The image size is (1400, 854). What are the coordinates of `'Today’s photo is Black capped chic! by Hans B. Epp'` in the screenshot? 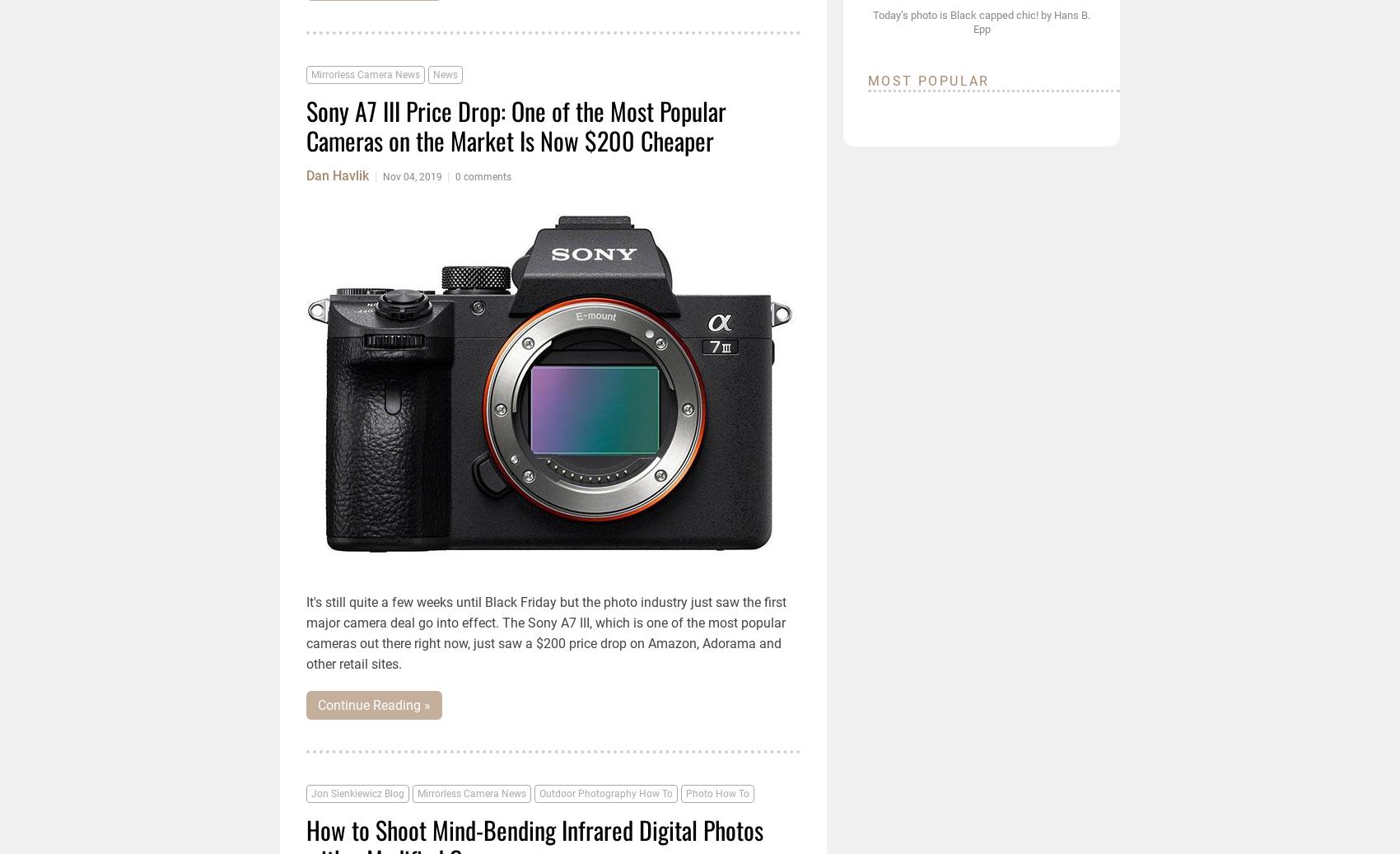 It's located at (871, 21).